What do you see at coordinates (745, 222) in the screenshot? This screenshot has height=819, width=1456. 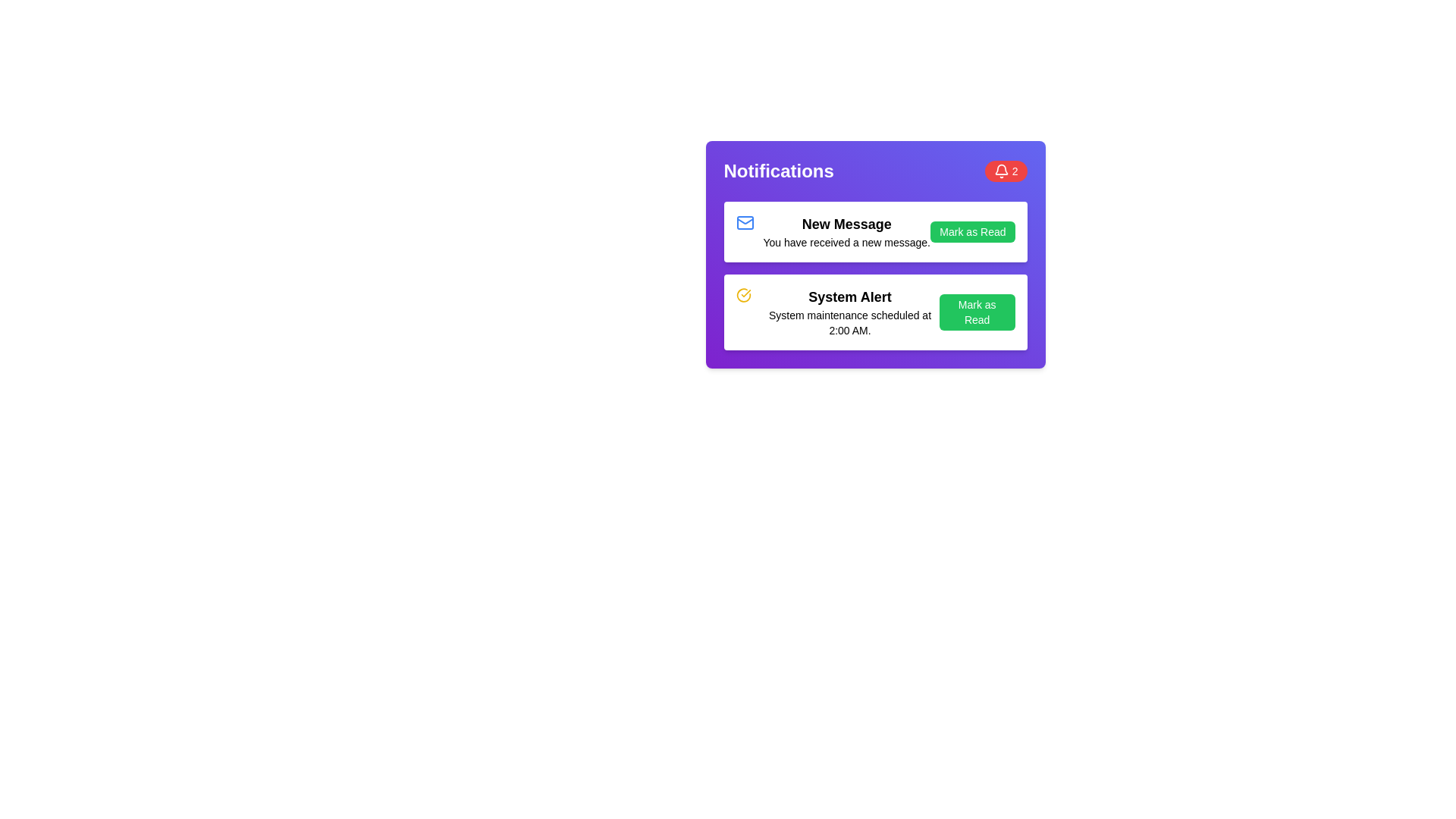 I see `the rounded rectangle SVG shape representing the mail notification icon` at bounding box center [745, 222].